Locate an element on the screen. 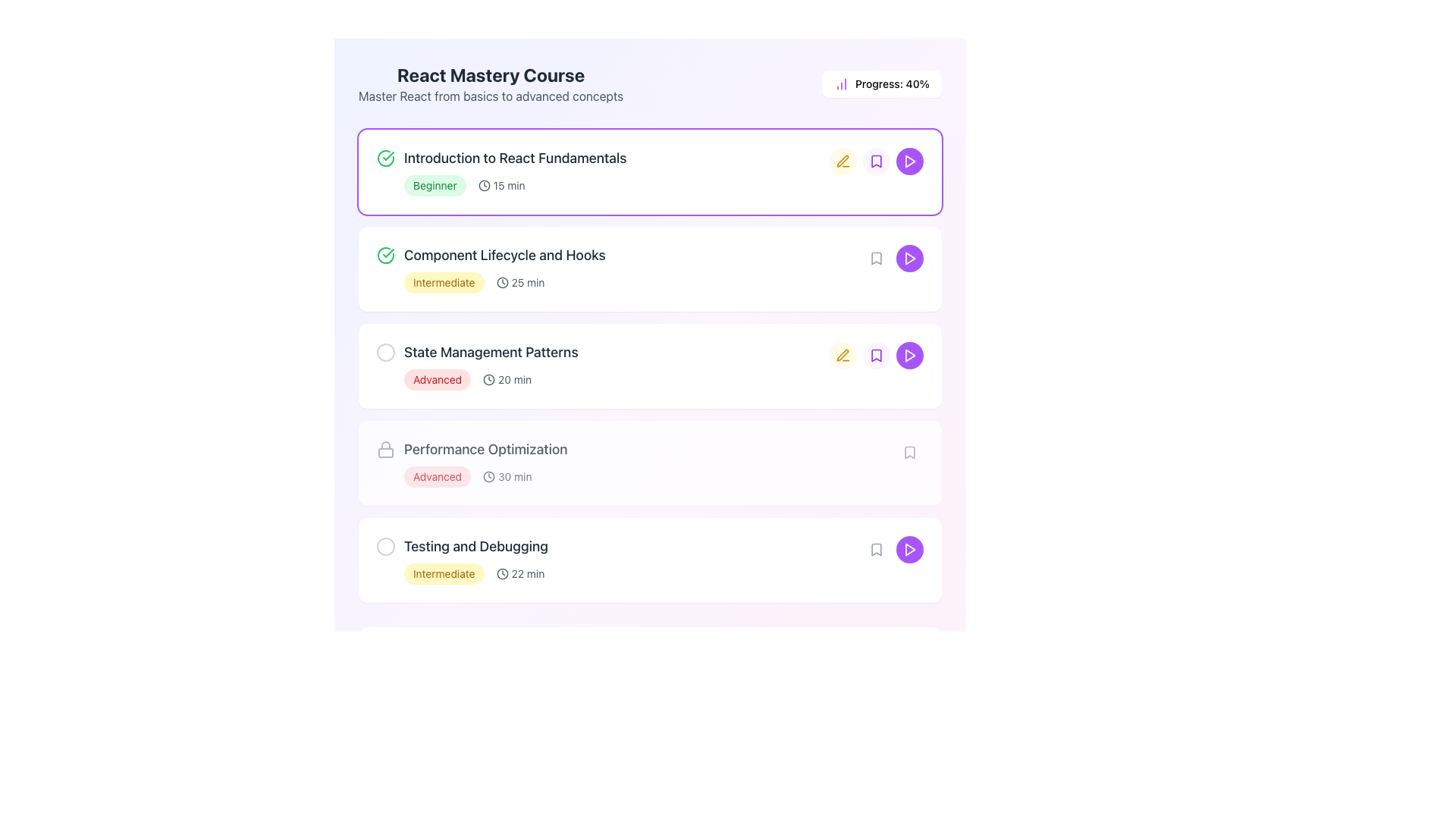  the prominent purple circular button with a white play icon to play the associated video or lesson is located at coordinates (910, 356).